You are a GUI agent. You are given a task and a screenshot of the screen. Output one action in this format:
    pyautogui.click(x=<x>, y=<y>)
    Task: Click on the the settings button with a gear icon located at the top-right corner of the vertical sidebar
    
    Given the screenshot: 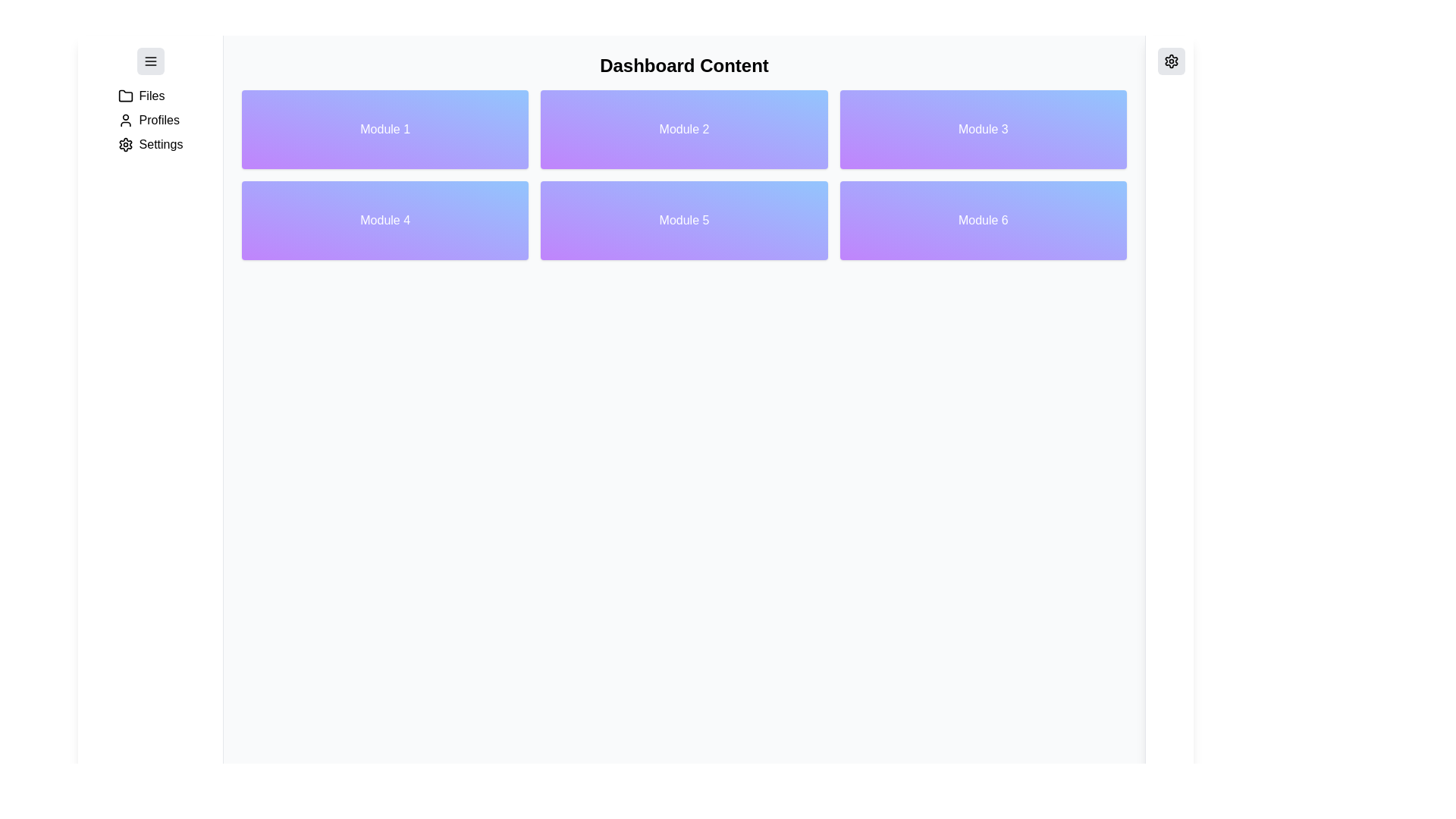 What is the action you would take?
    pyautogui.click(x=1171, y=61)
    